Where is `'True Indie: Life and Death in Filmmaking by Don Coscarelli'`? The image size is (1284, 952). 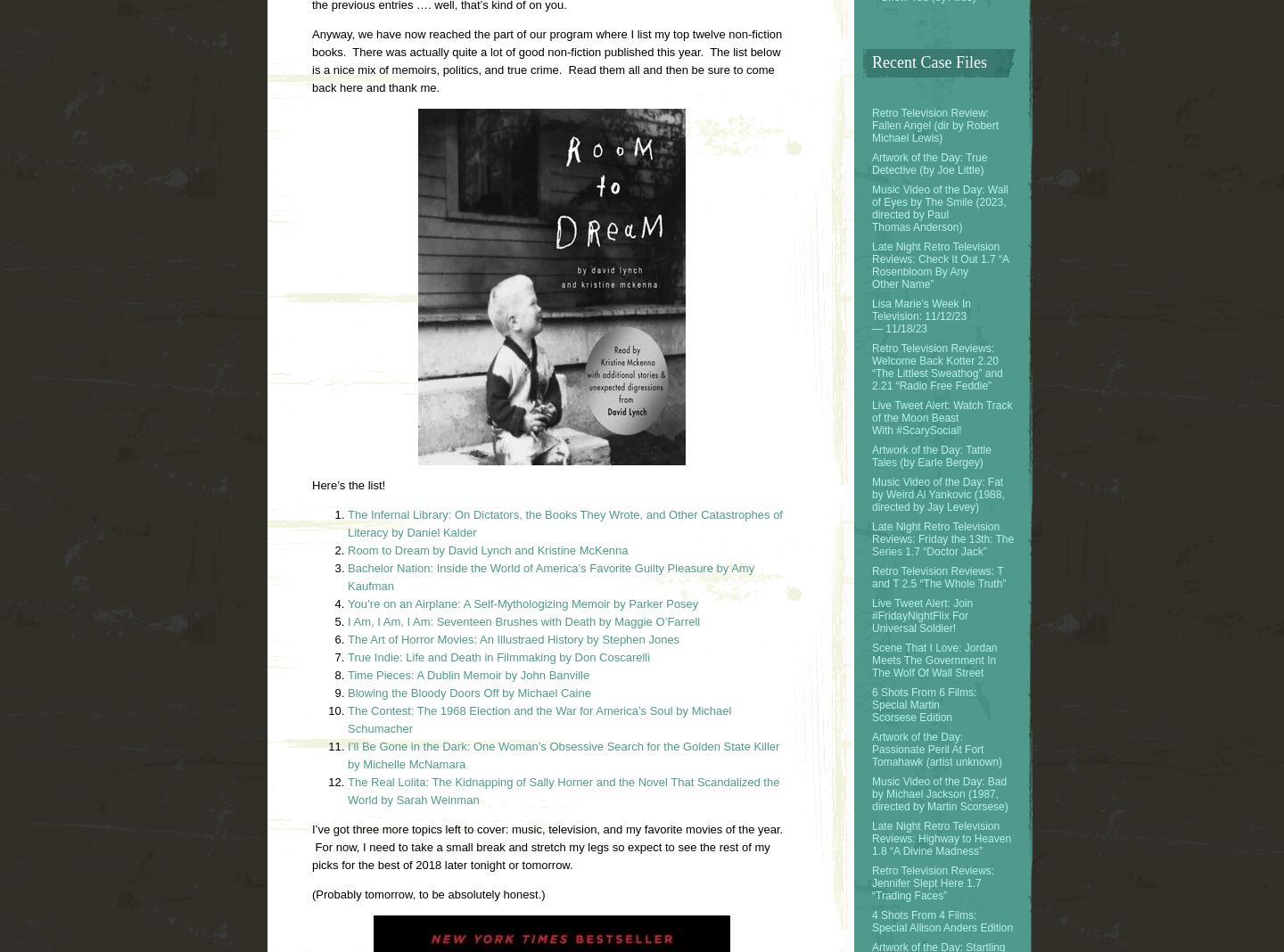
'True Indie: Life and Death in Filmmaking by Don Coscarelli' is located at coordinates (500, 657).